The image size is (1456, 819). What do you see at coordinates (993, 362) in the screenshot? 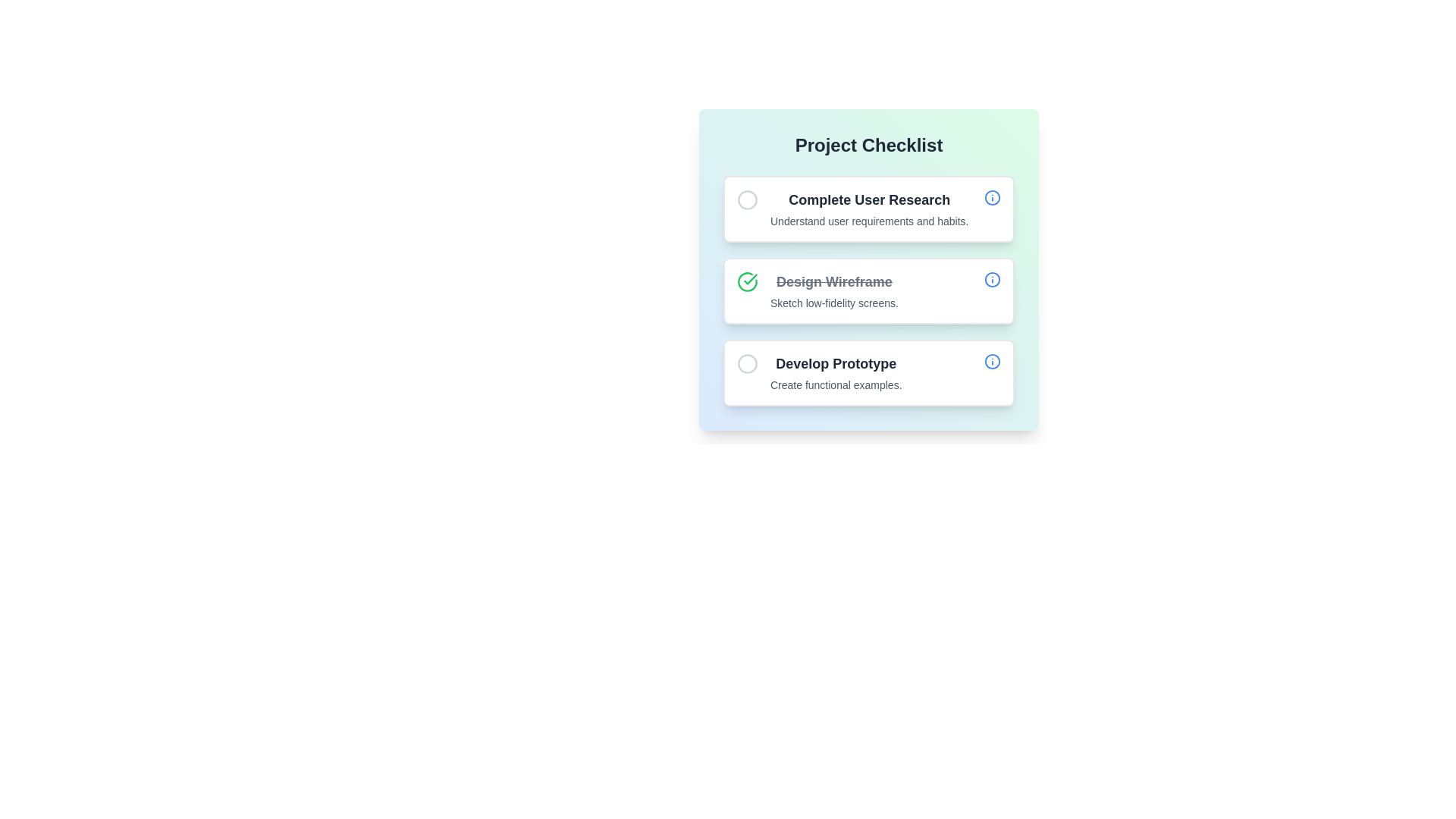
I see `the circular informational icon located in the bottom-right corner of the 'Develop Prototype' list item in the checklist` at bounding box center [993, 362].